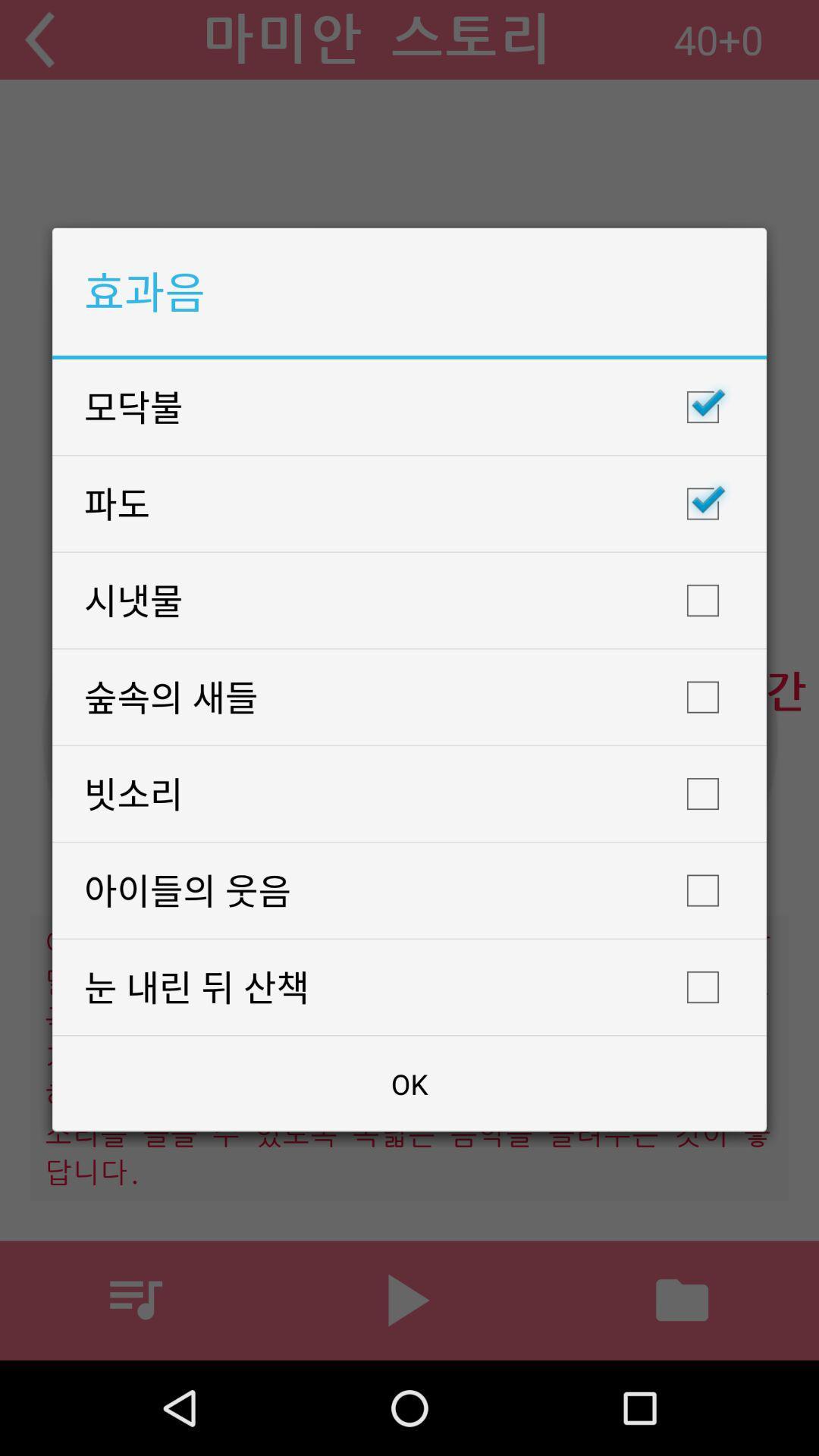  What do you see at coordinates (409, 1083) in the screenshot?
I see `the ok item` at bounding box center [409, 1083].